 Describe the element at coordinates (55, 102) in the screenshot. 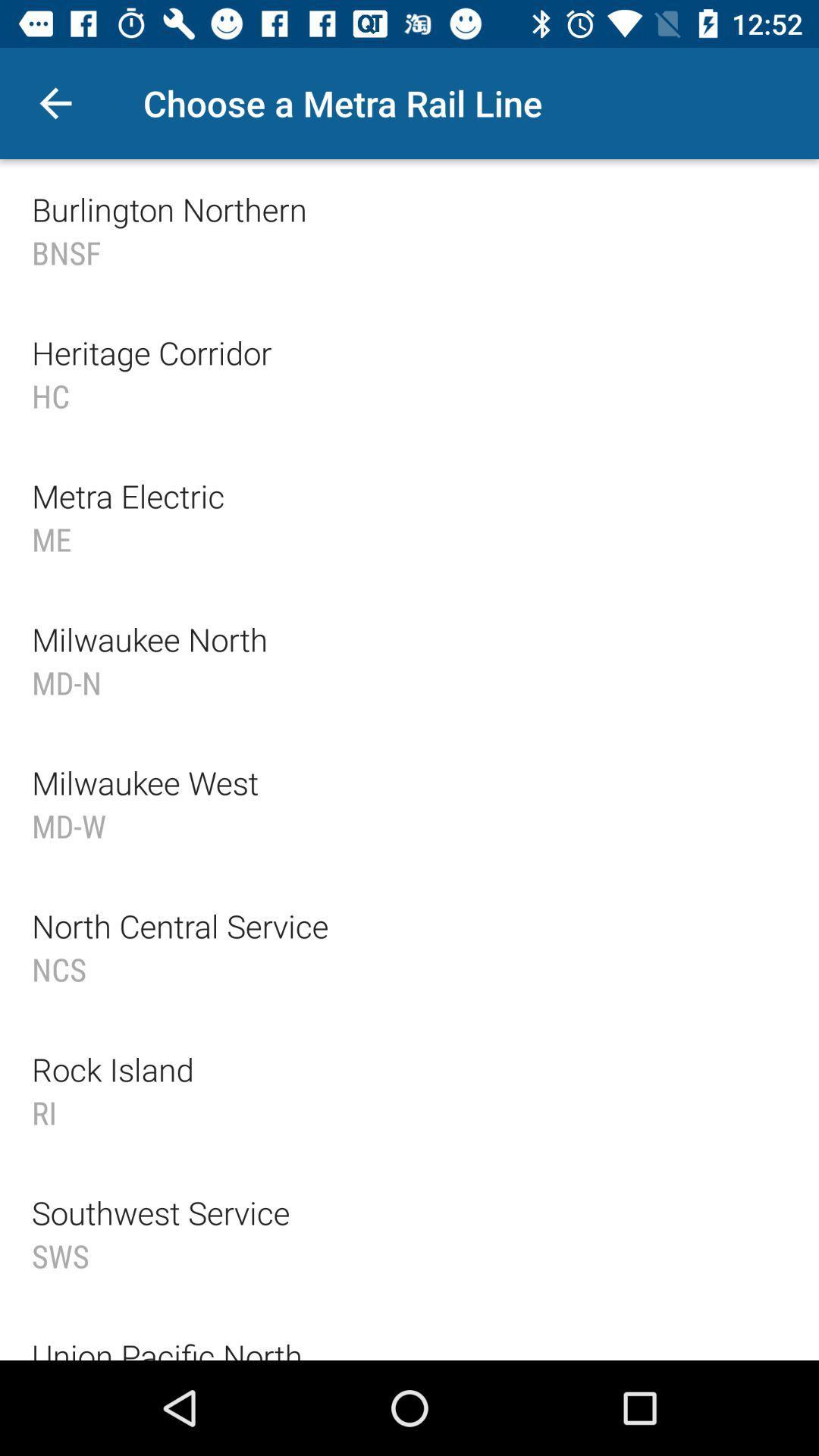

I see `item above the burlington northern` at that location.